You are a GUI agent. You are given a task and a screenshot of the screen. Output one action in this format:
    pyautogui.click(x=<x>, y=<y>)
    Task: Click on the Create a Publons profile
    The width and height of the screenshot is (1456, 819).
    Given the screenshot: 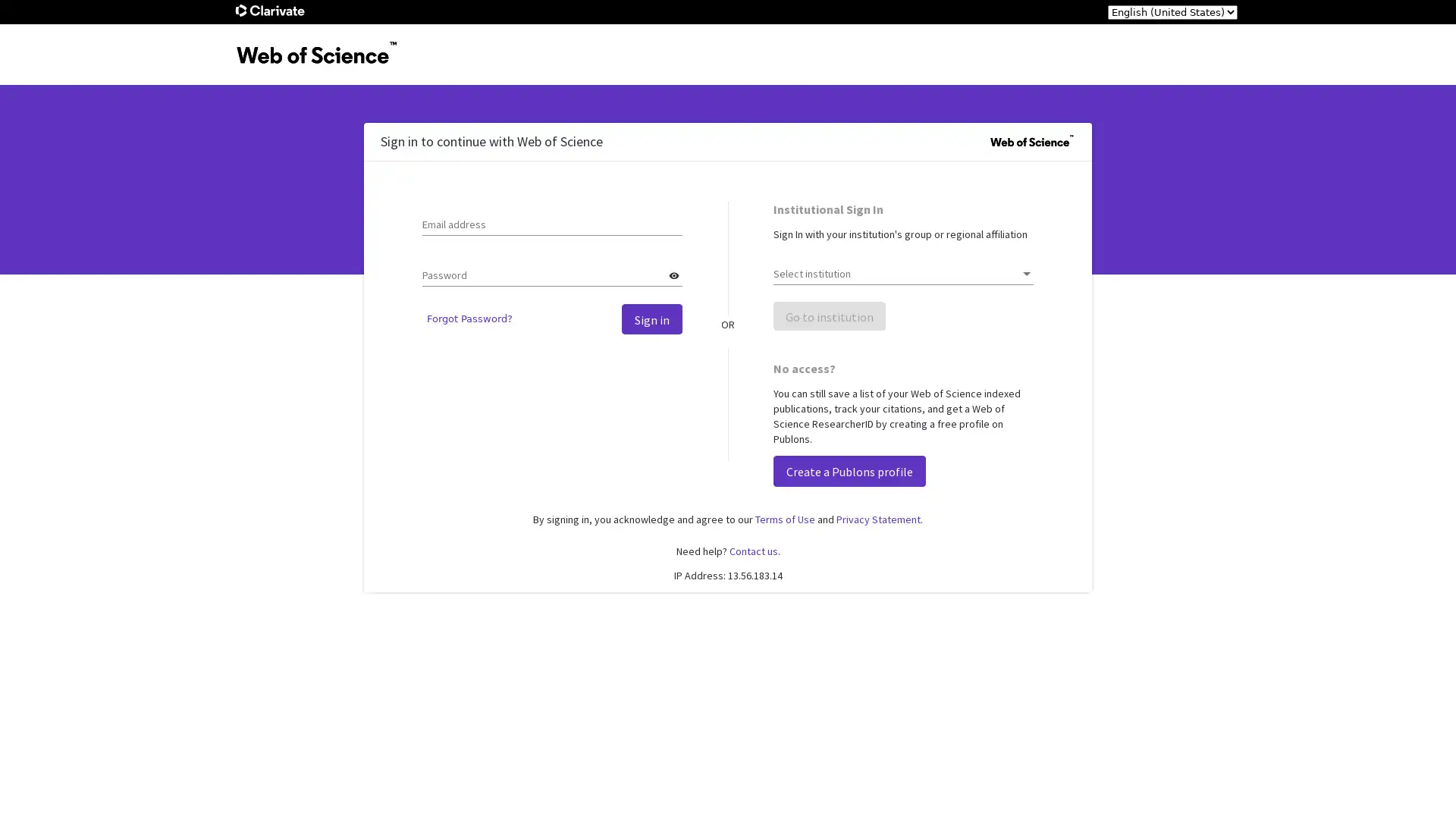 What is the action you would take?
    pyautogui.click(x=849, y=470)
    